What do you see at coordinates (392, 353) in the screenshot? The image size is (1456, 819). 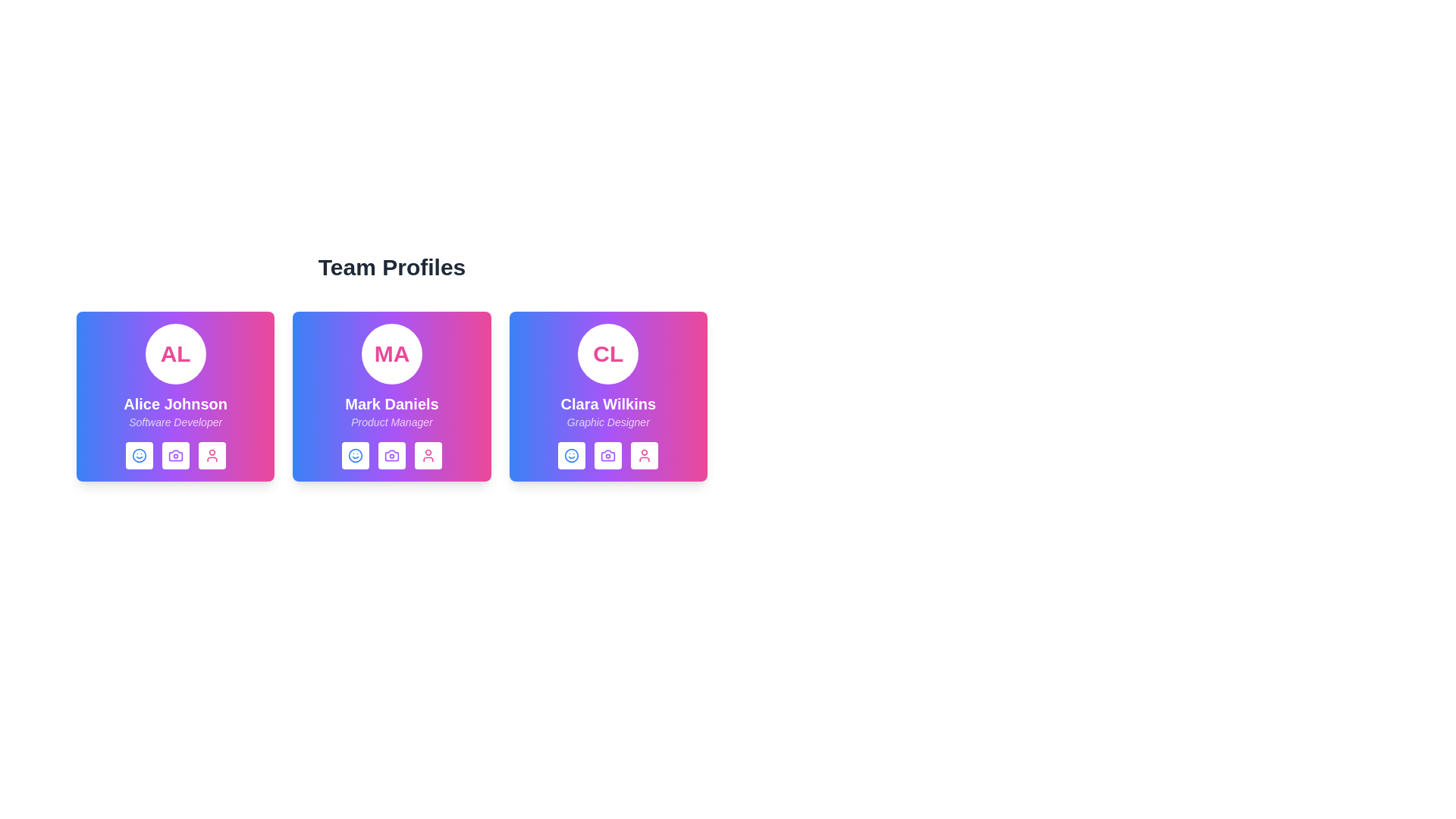 I see `the avatar for the profile of Mark Daniels, which displays his initials and is located at the top center of the profile card, above his name and role description` at bounding box center [392, 353].